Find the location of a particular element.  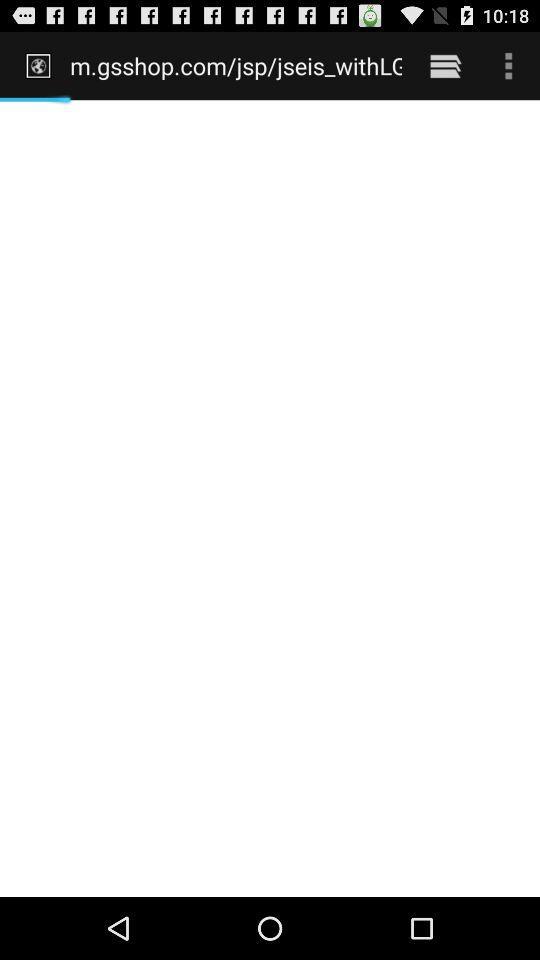

m gsshop com item is located at coordinates (235, 65).